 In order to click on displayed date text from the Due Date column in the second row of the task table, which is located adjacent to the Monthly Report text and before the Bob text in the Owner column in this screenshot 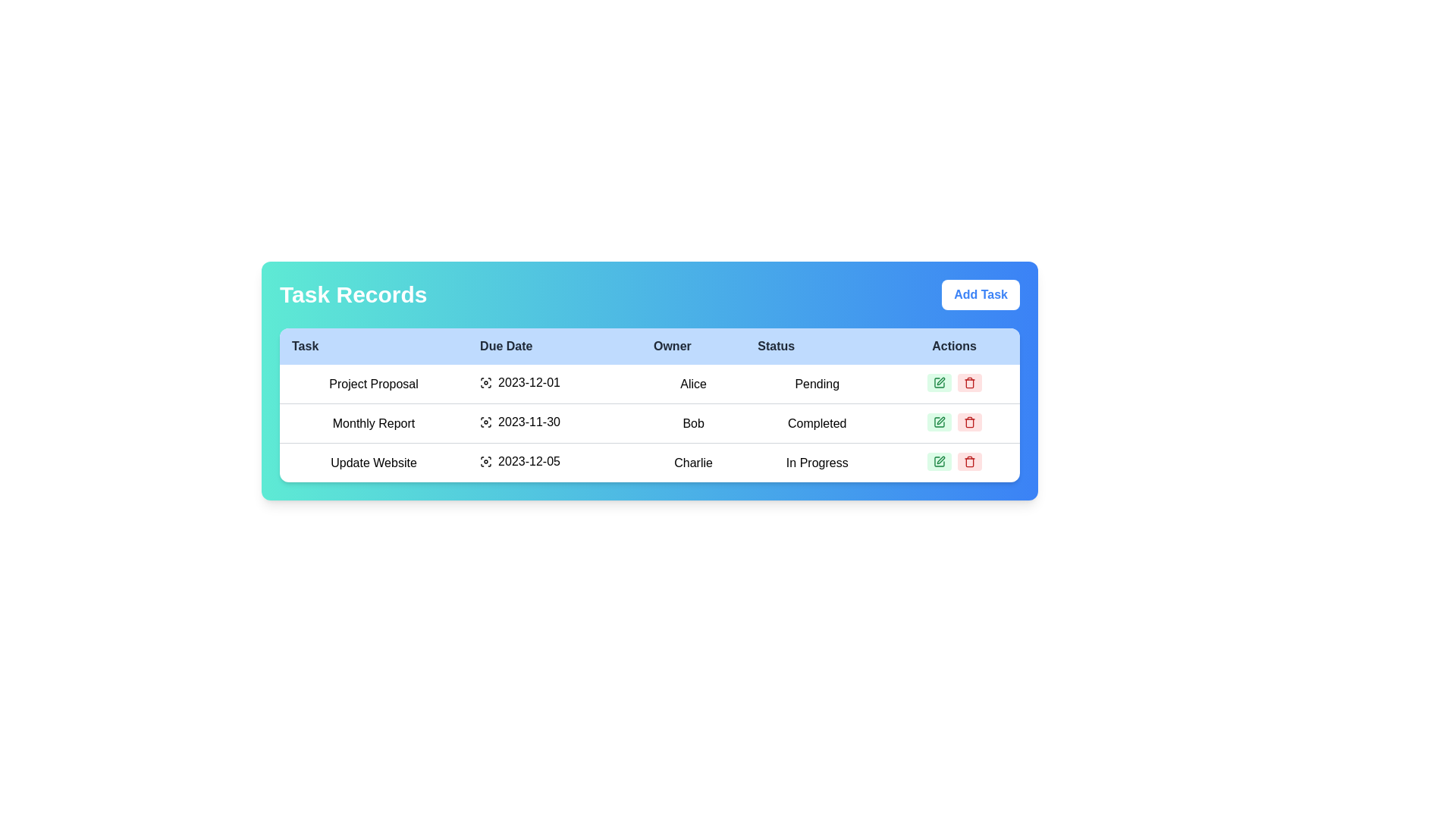, I will do `click(554, 422)`.